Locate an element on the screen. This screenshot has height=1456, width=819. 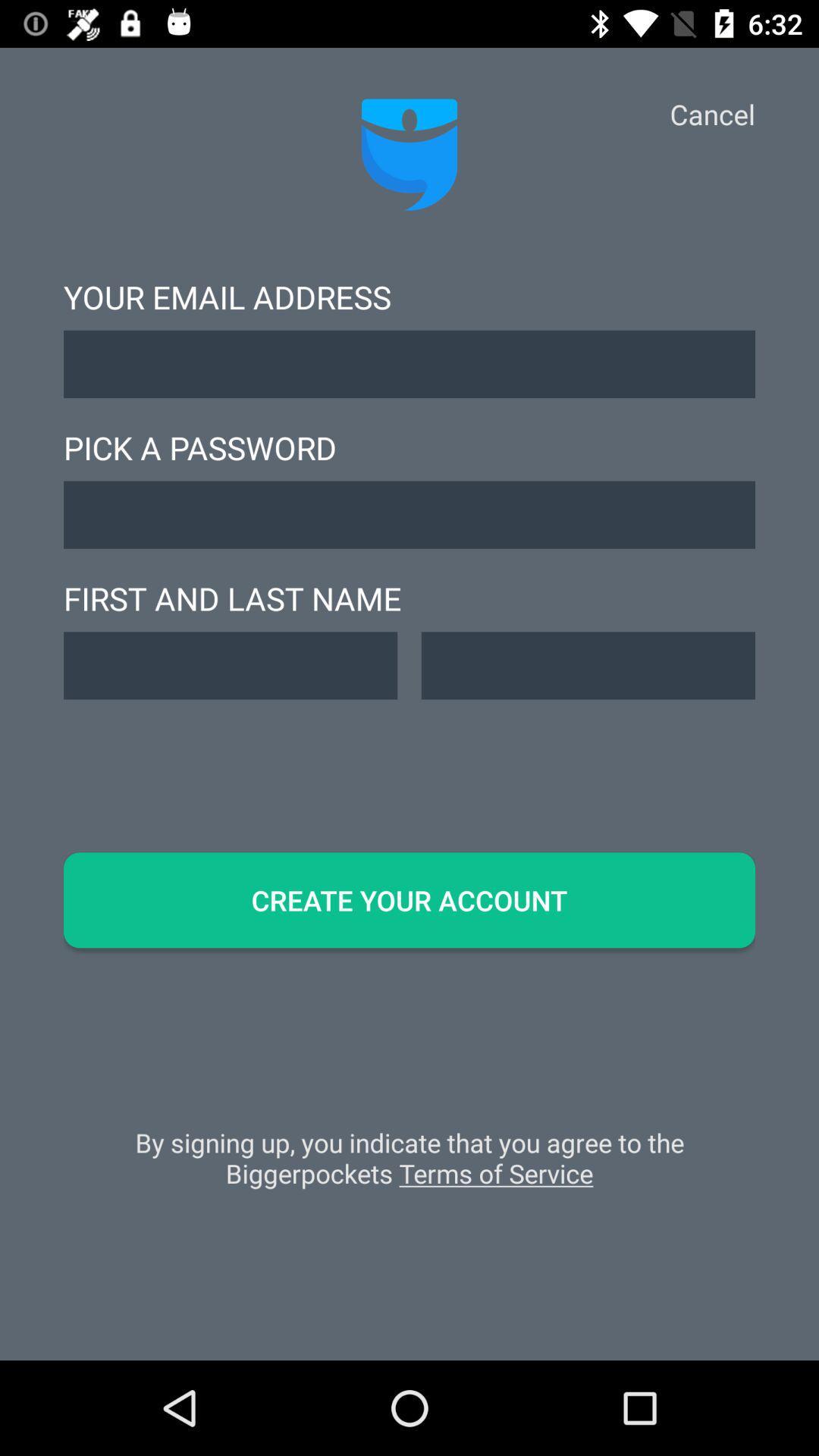
icon below create your account item is located at coordinates (409, 1165).